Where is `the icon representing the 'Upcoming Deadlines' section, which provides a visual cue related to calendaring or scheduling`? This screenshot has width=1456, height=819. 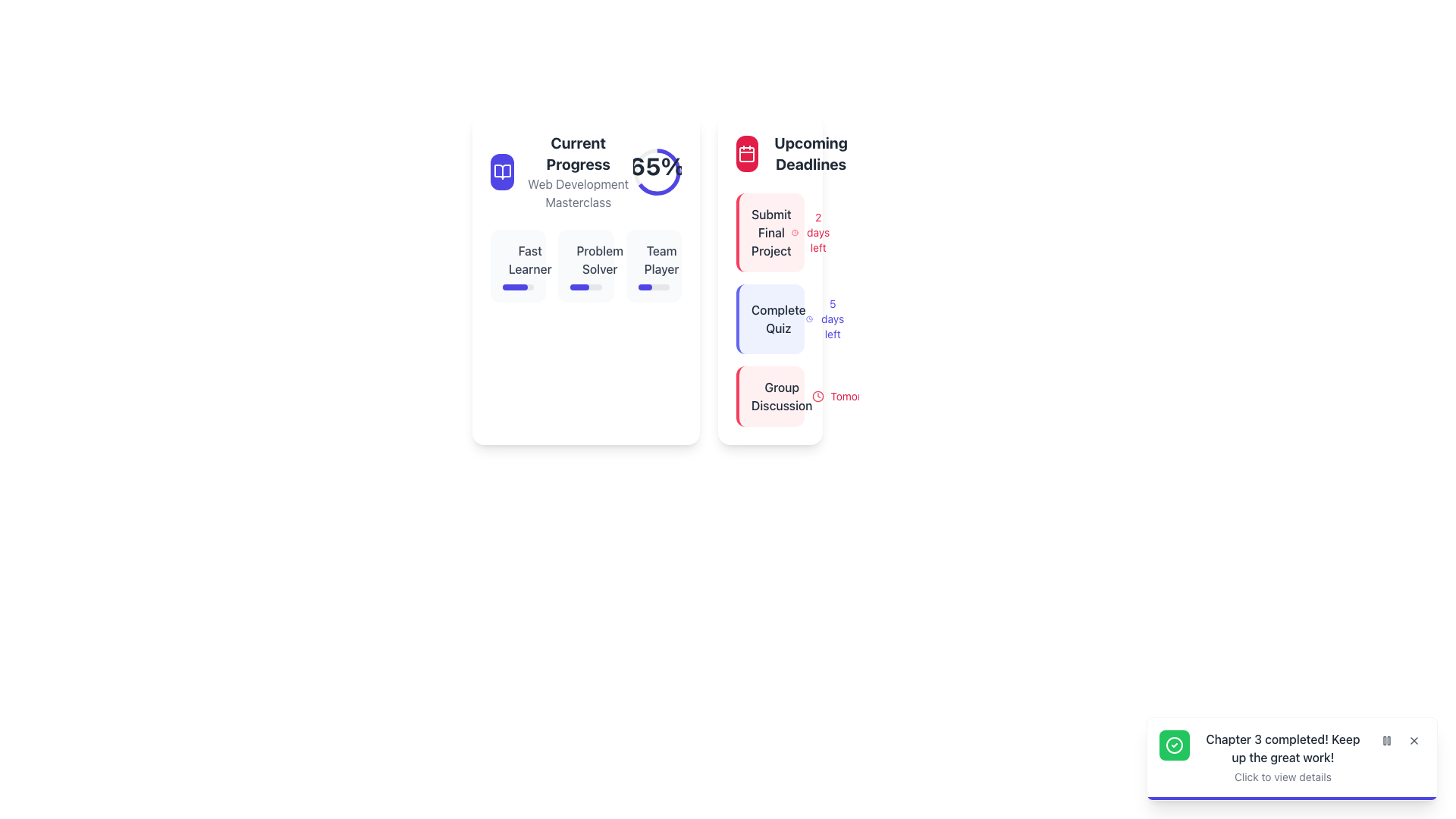 the icon representing the 'Upcoming Deadlines' section, which provides a visual cue related to calendaring or scheduling is located at coordinates (747, 154).